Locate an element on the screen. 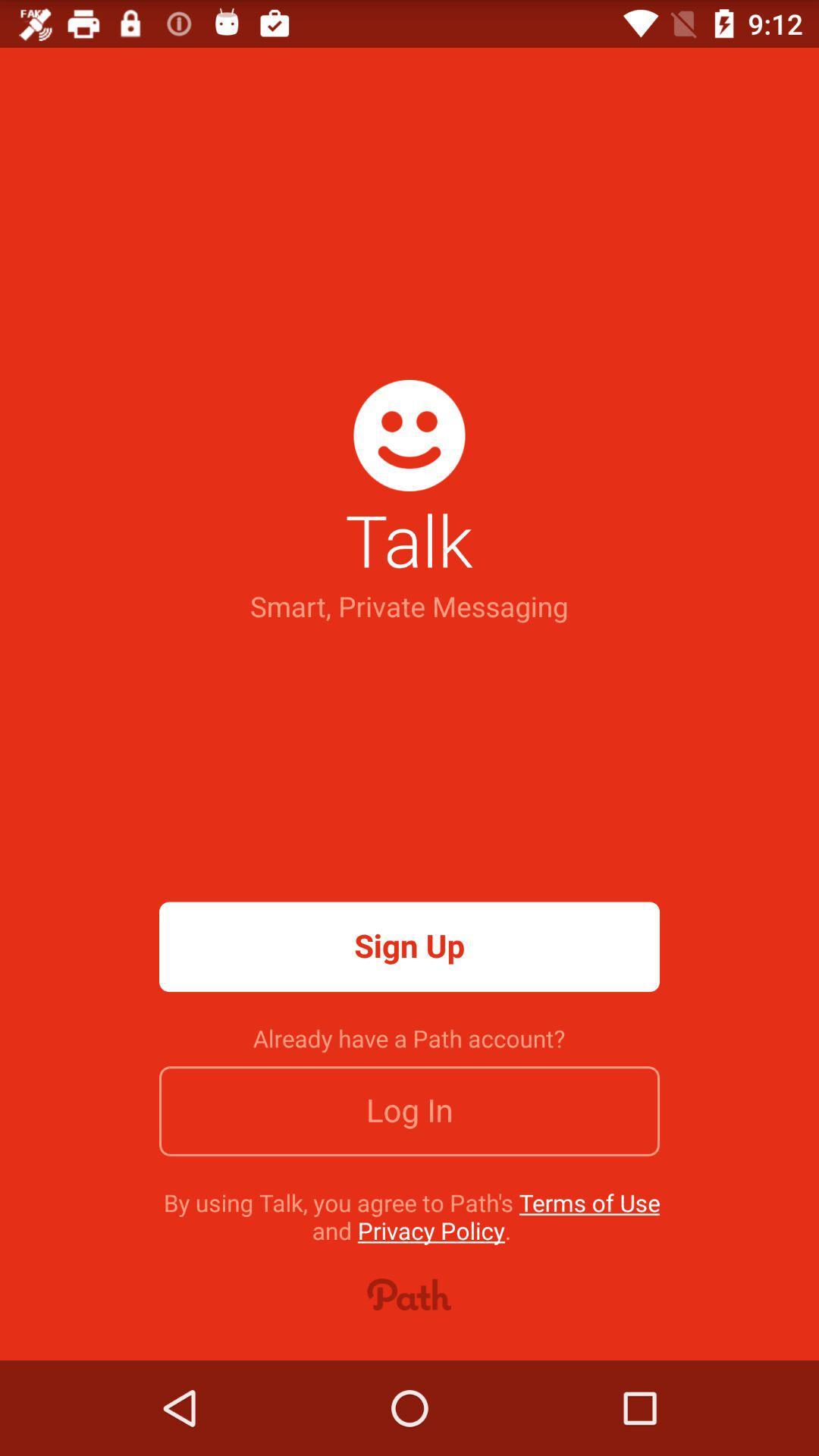 The image size is (819, 1456). icon below the log in icon is located at coordinates (412, 1216).